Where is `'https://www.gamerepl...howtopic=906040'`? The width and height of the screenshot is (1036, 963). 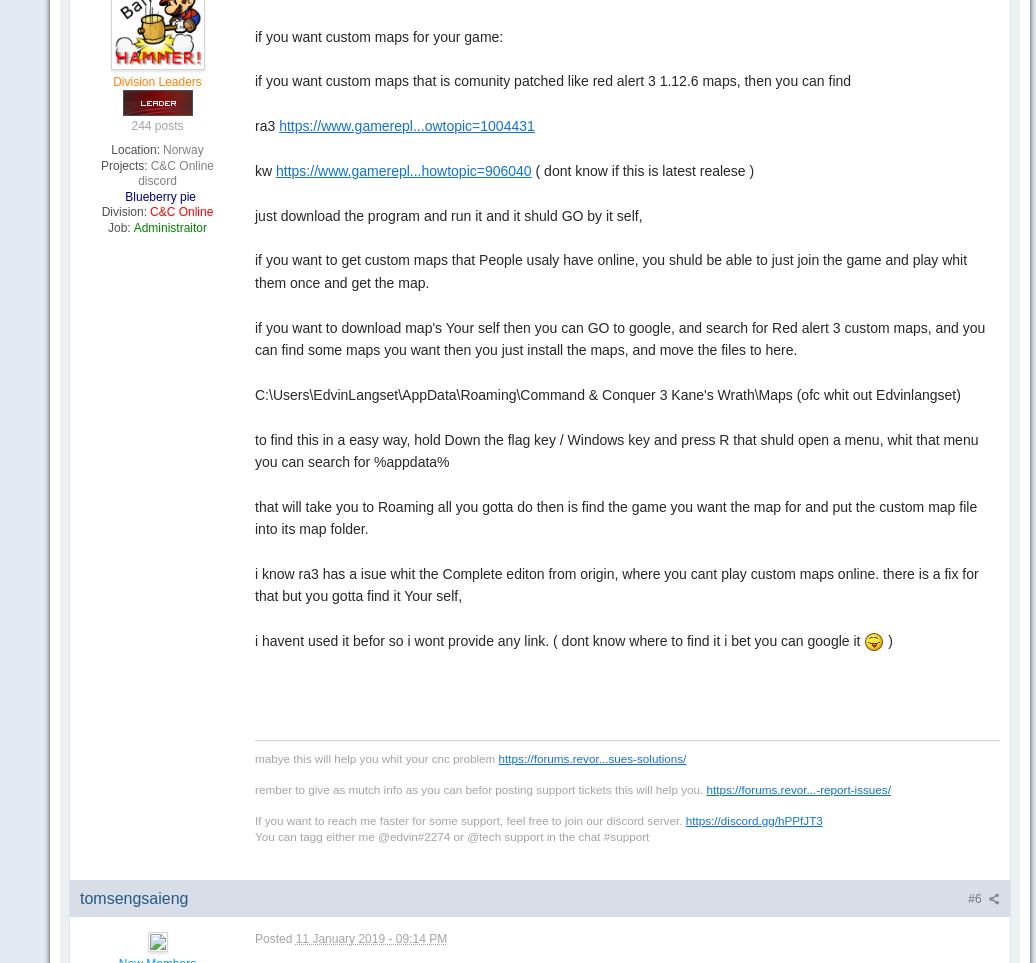 'https://www.gamerepl...howtopic=906040' is located at coordinates (275, 169).